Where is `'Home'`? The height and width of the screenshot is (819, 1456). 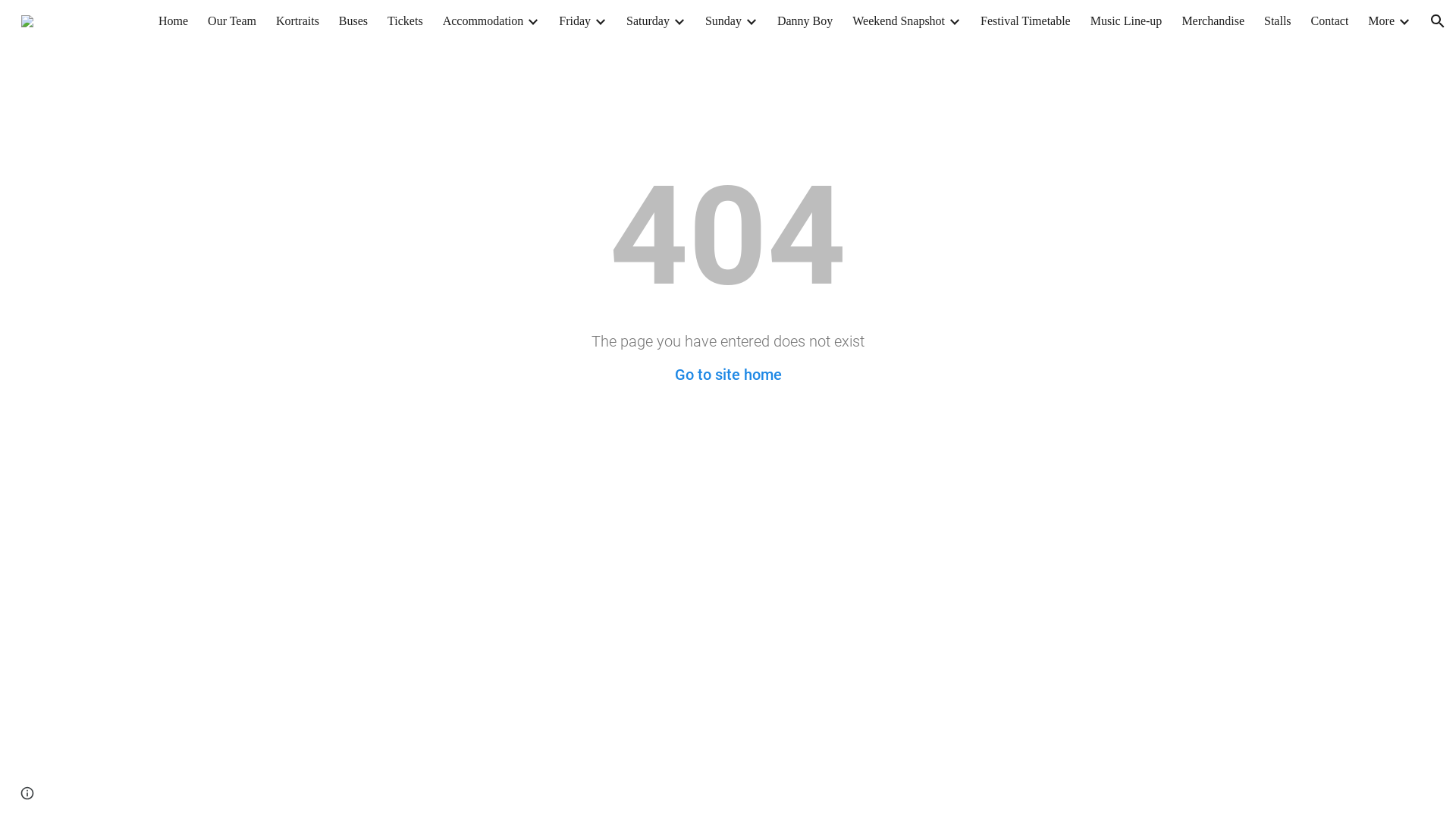 'Home' is located at coordinates (173, 20).